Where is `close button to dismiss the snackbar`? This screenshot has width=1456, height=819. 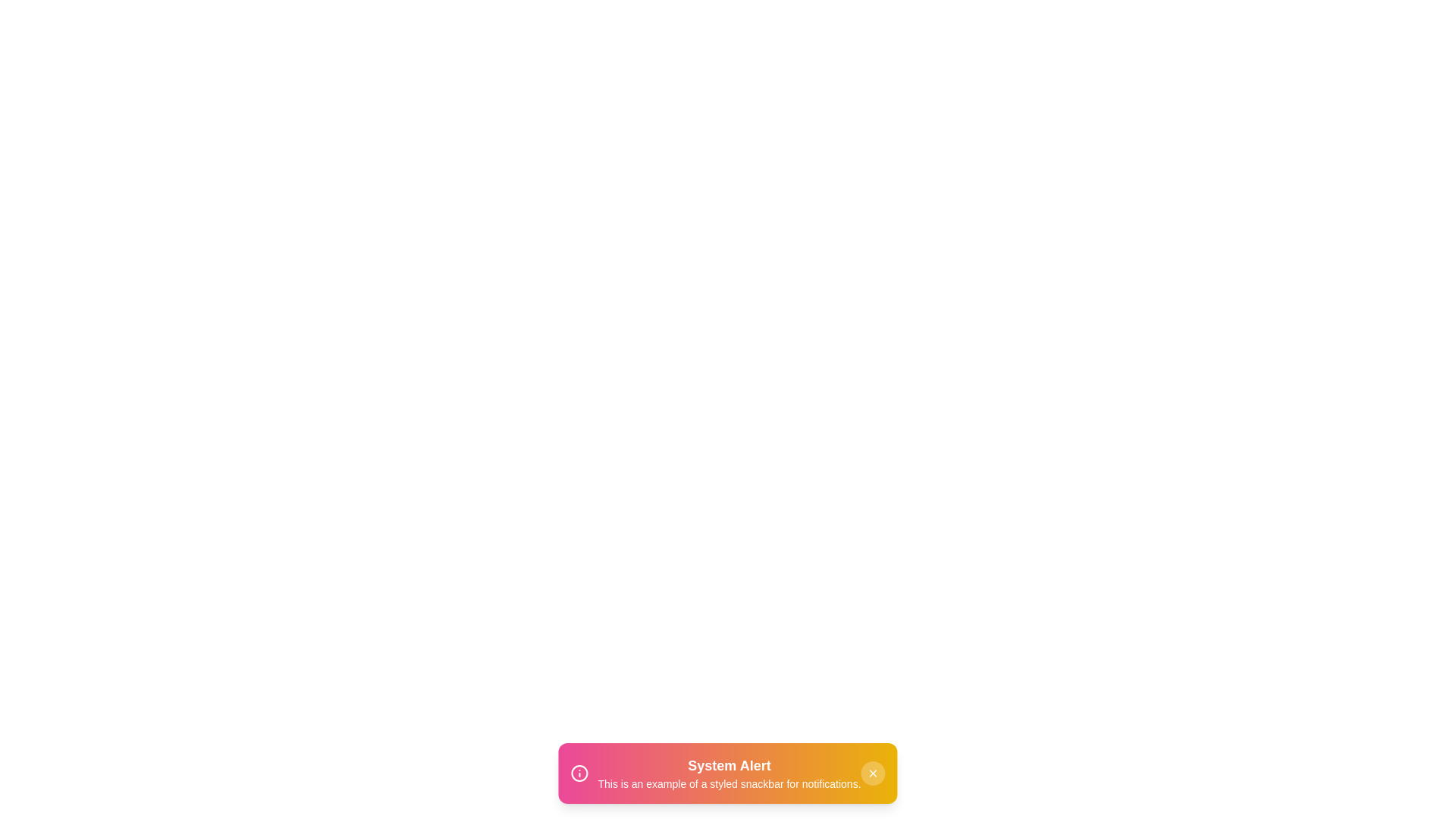
close button to dismiss the snackbar is located at coordinates (873, 773).